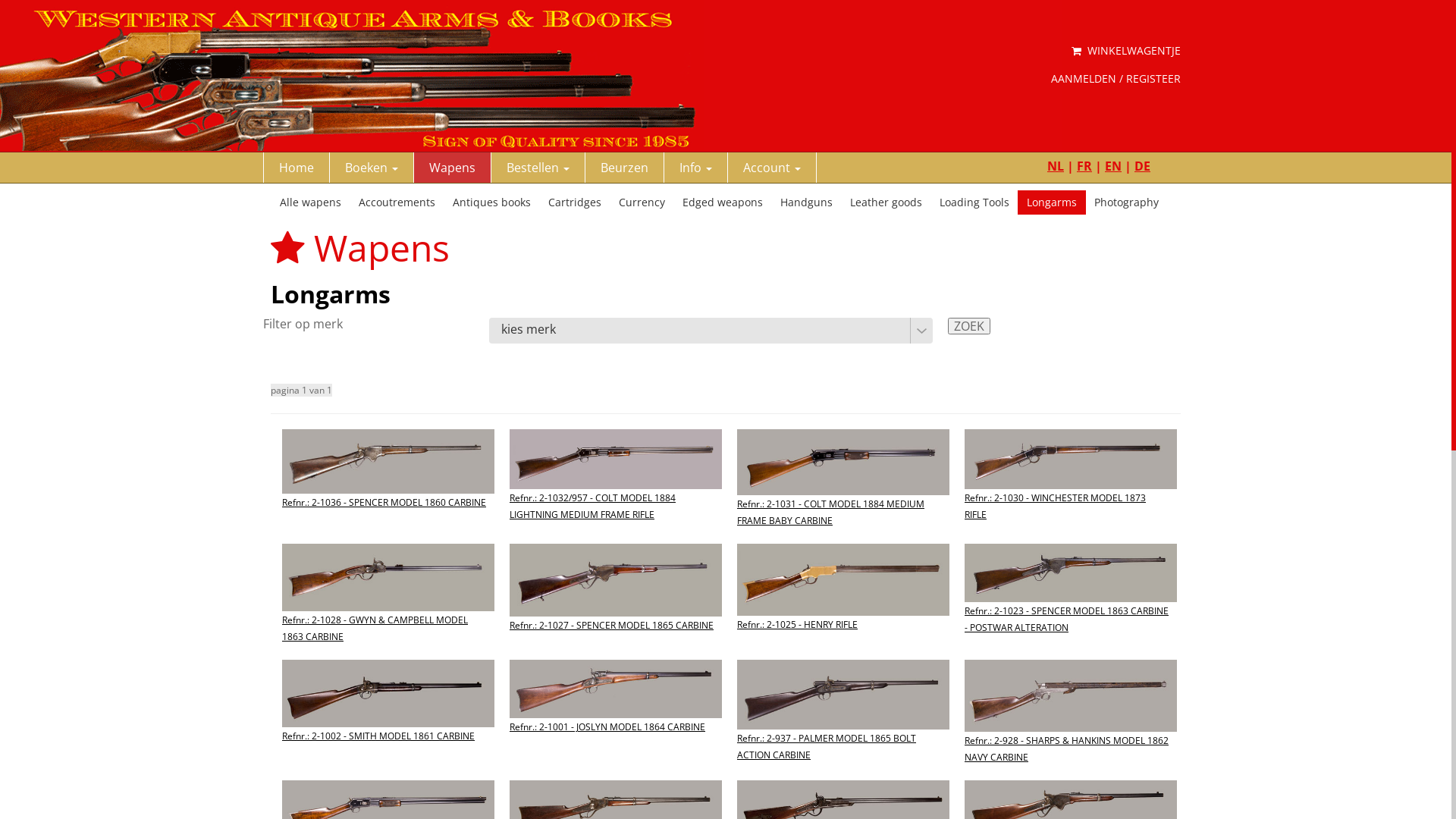 Image resolution: width=1456 pixels, height=819 pixels. Describe the element at coordinates (1142, 166) in the screenshot. I see `'DE'` at that location.